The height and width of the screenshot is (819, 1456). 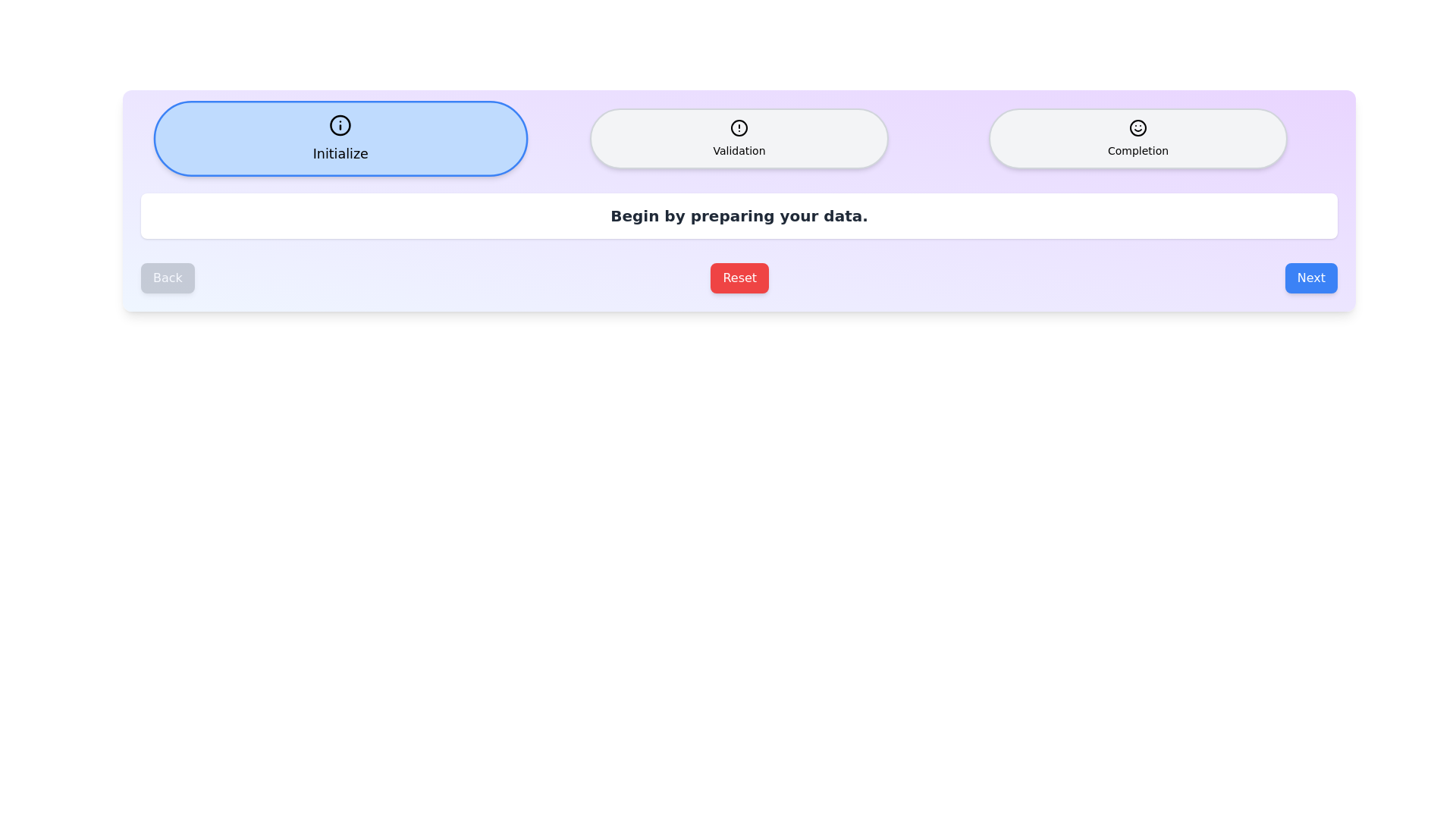 What do you see at coordinates (739, 278) in the screenshot?
I see `the 'Reset' button to reset the navigation to the initial step` at bounding box center [739, 278].